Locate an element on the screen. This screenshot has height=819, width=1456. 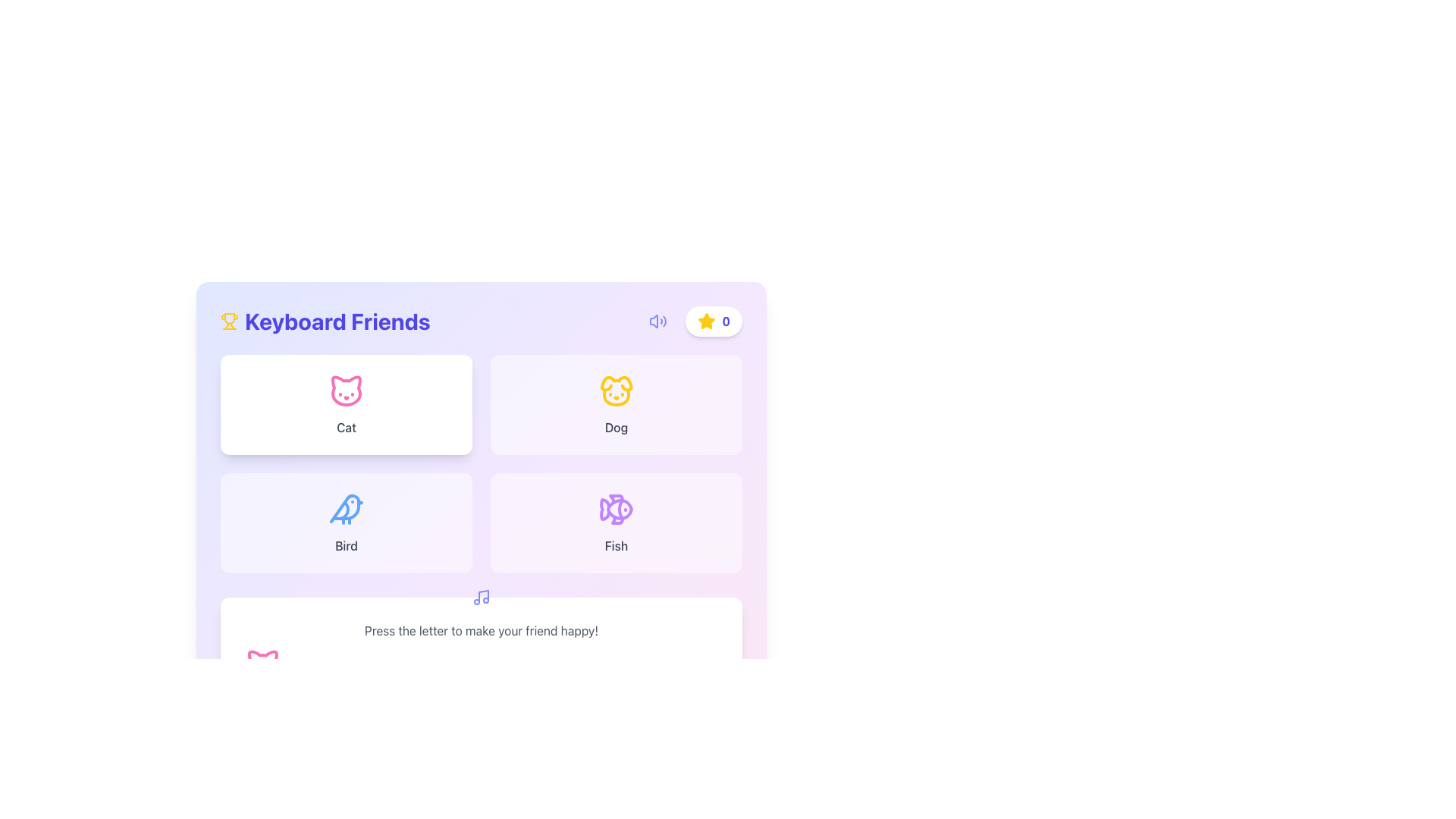
the blue bird icon displayed in a white, semi-transparent card with rounded edges, located in the third card on the left in the middle row of a grid layout is located at coordinates (345, 509).